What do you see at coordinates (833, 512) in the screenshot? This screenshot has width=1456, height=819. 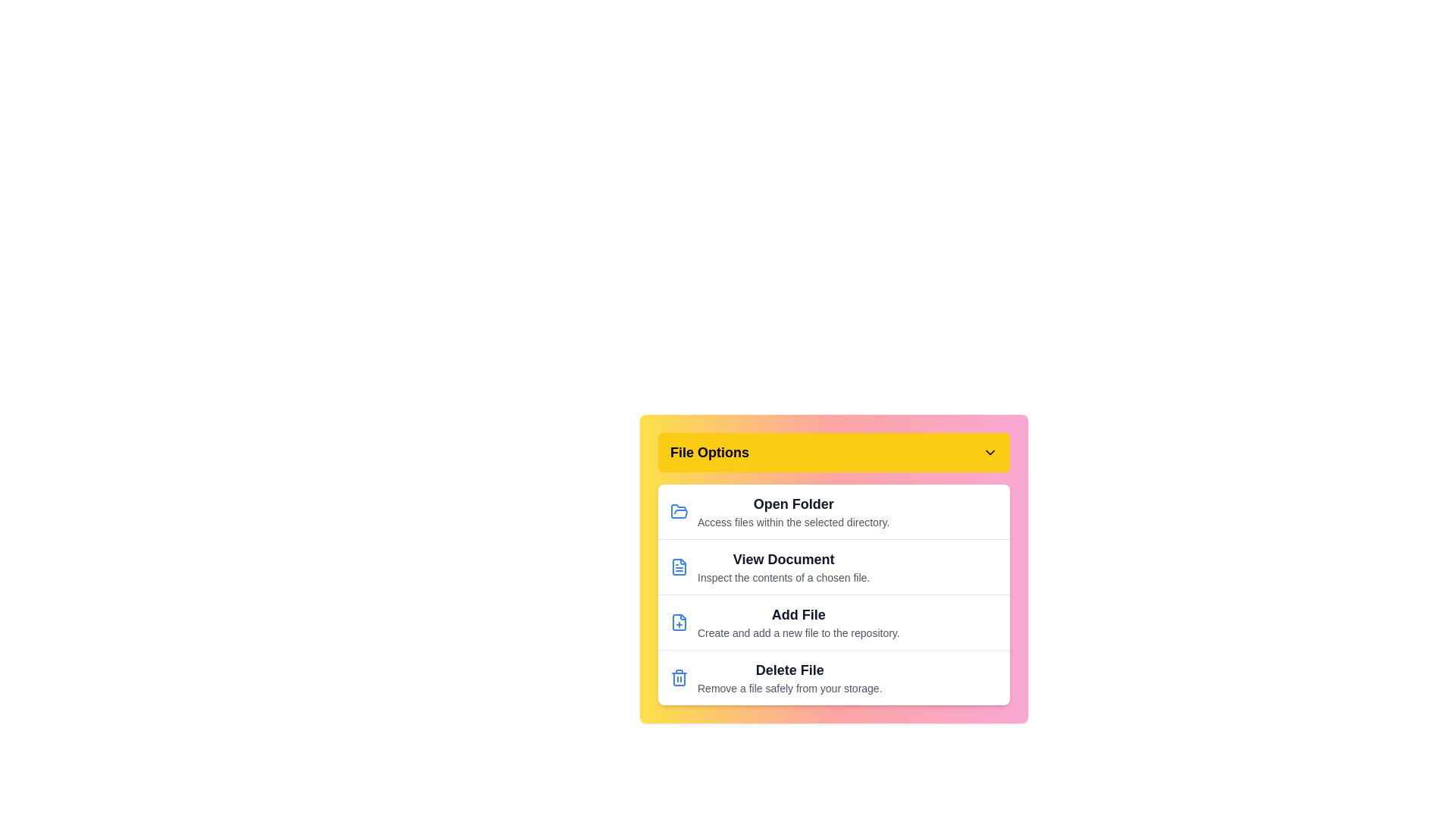 I see `the first menu item in the 'File Options' menu` at bounding box center [833, 512].